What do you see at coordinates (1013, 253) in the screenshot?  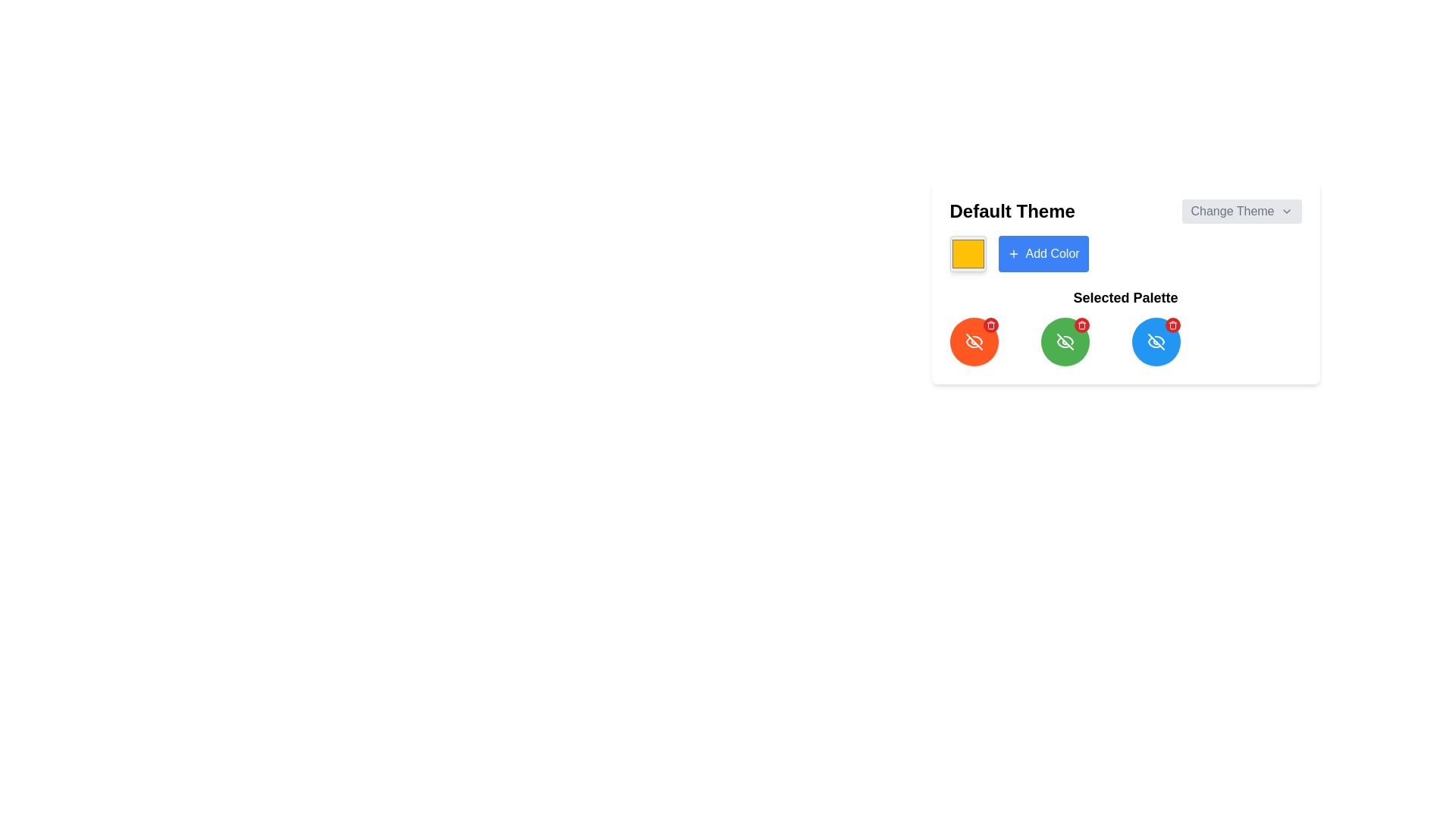 I see `the decorative plus icon within the 'Add Color' button, which is located in the 'Default Theme' section of the interface` at bounding box center [1013, 253].